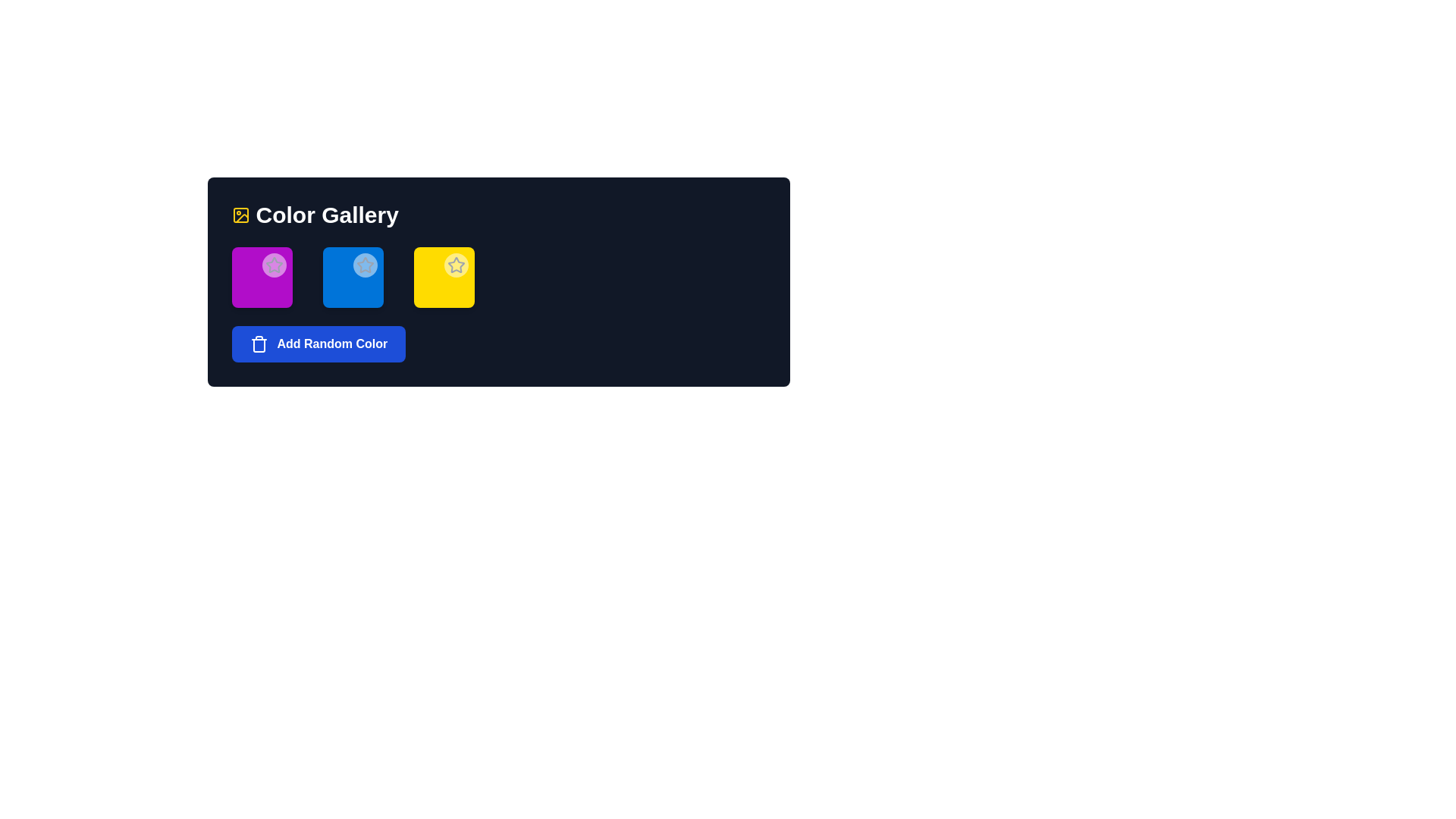 The height and width of the screenshot is (819, 1456). I want to click on the star-shaped icon with a gray outline in the top-right corner of the yellow box, so click(455, 265).